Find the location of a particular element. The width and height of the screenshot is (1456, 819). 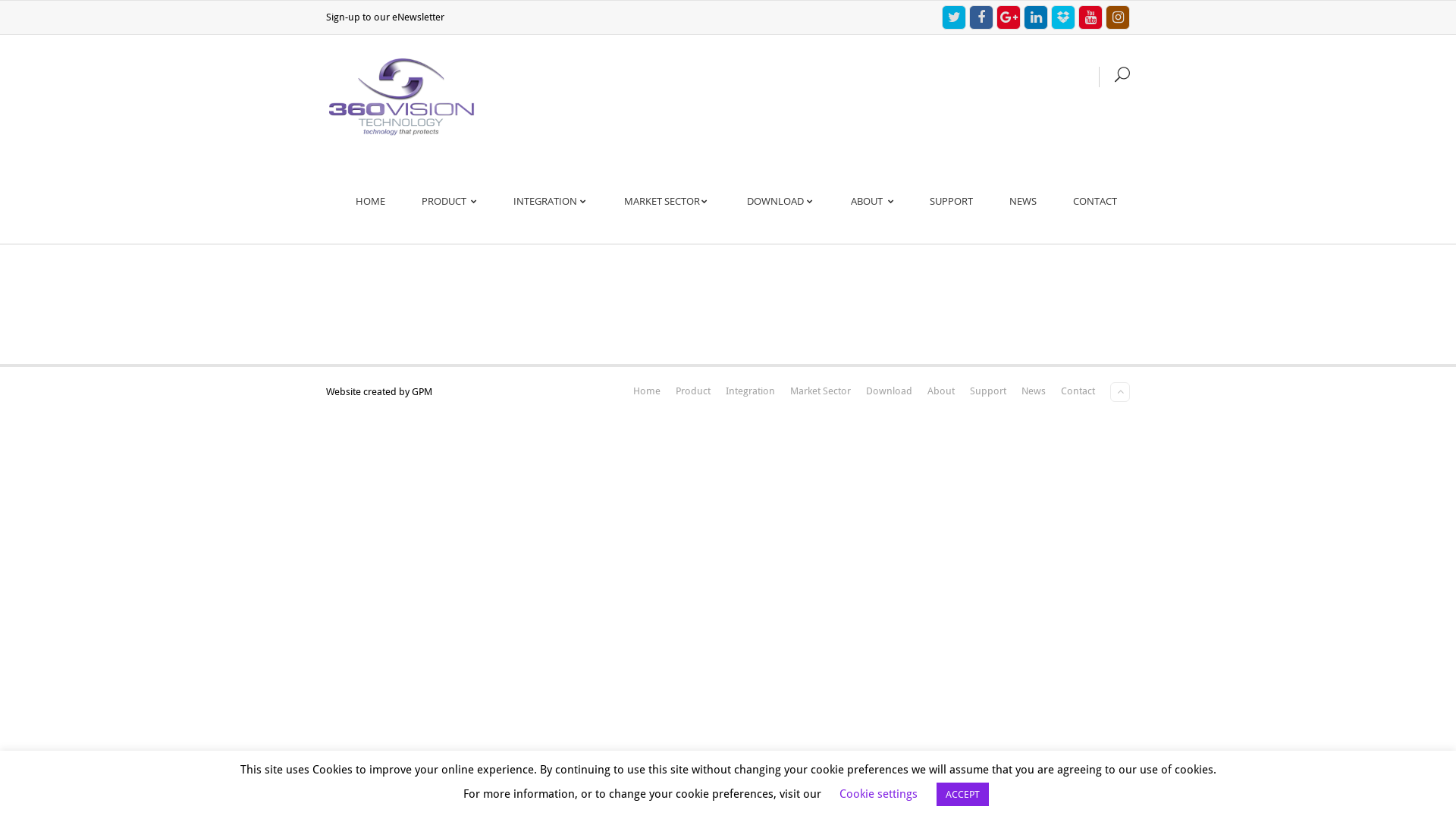

'Support' is located at coordinates (987, 390).